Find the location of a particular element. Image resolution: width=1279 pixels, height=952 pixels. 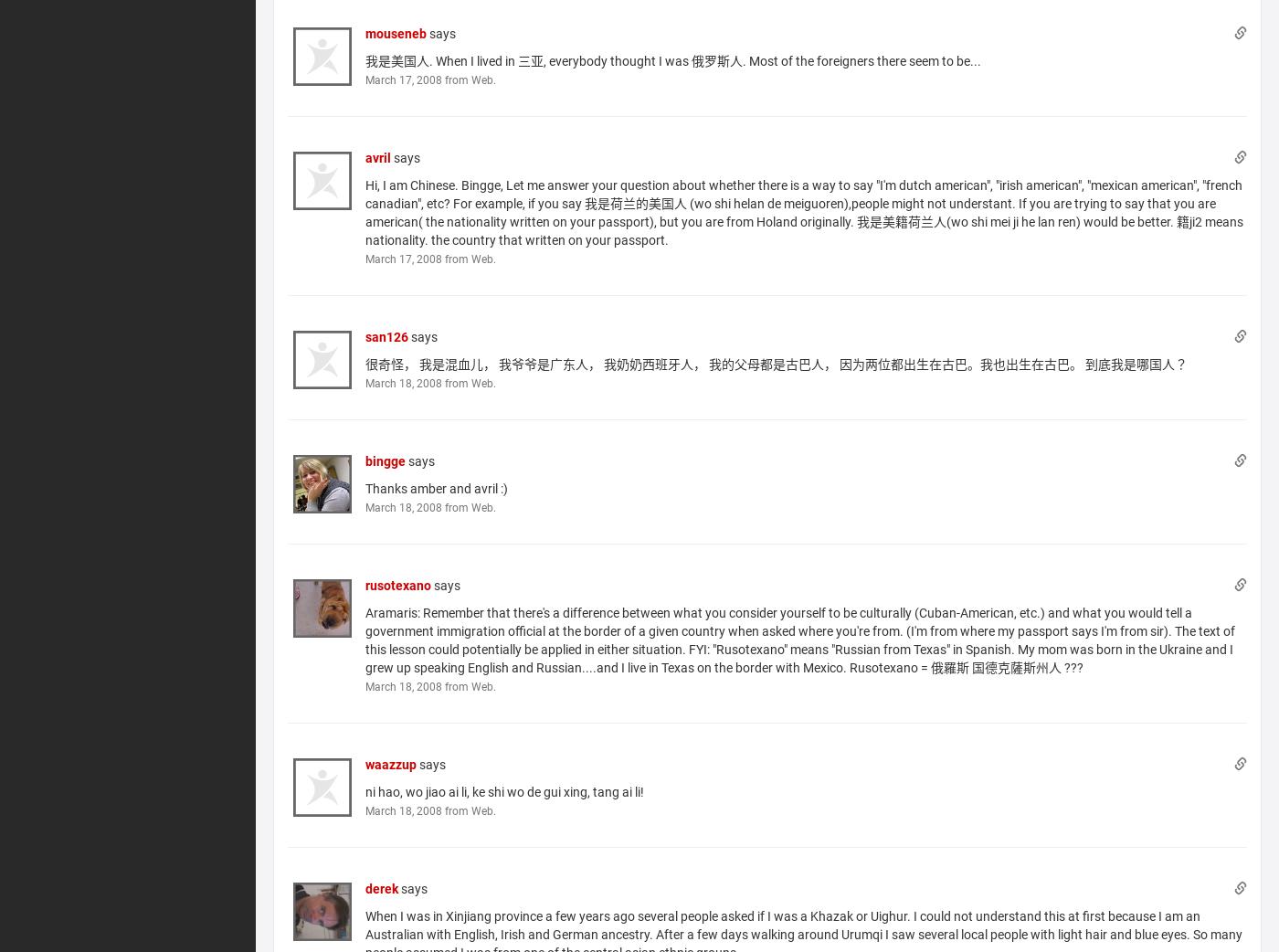

'Thanks amber and avril :)' is located at coordinates (435, 487).